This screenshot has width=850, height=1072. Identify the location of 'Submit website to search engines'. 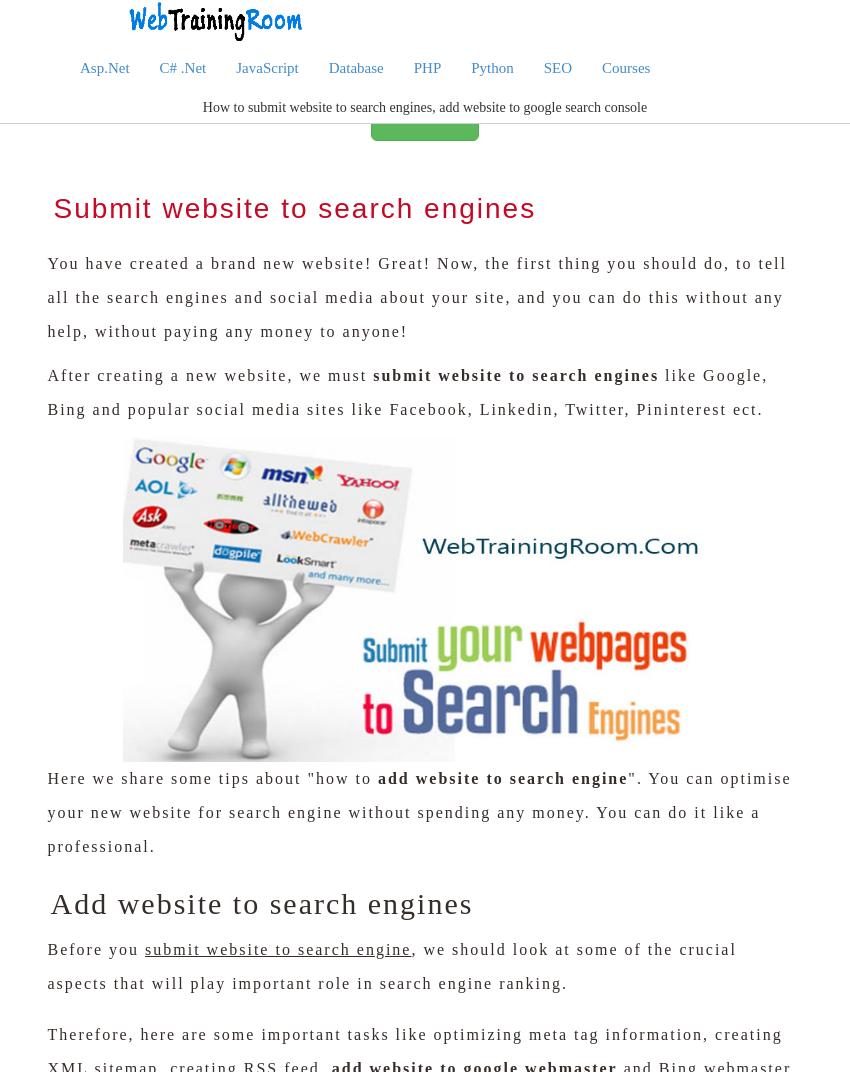
(293, 207).